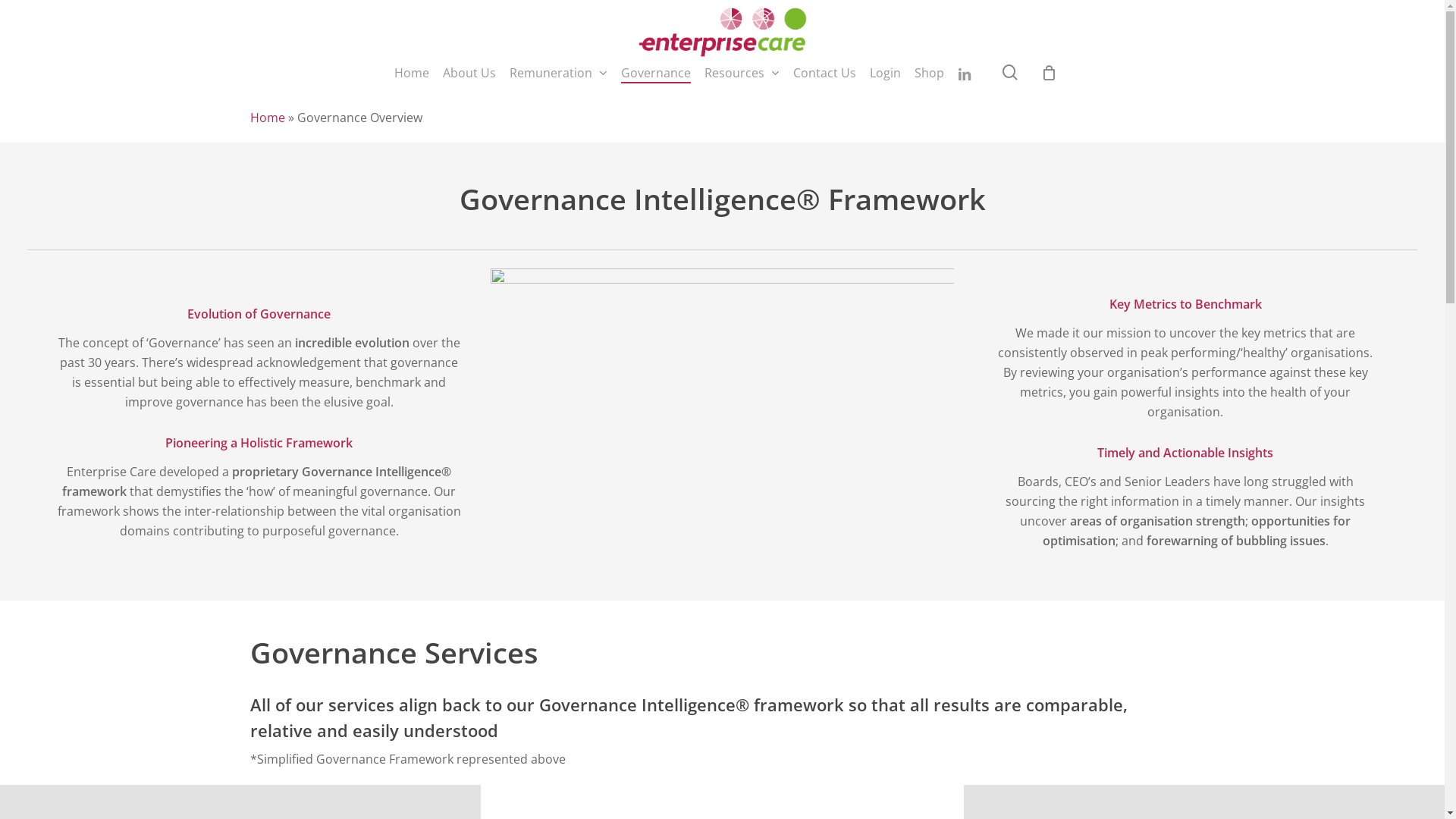 The image size is (1456, 819). What do you see at coordinates (655, 73) in the screenshot?
I see `'Governance'` at bounding box center [655, 73].